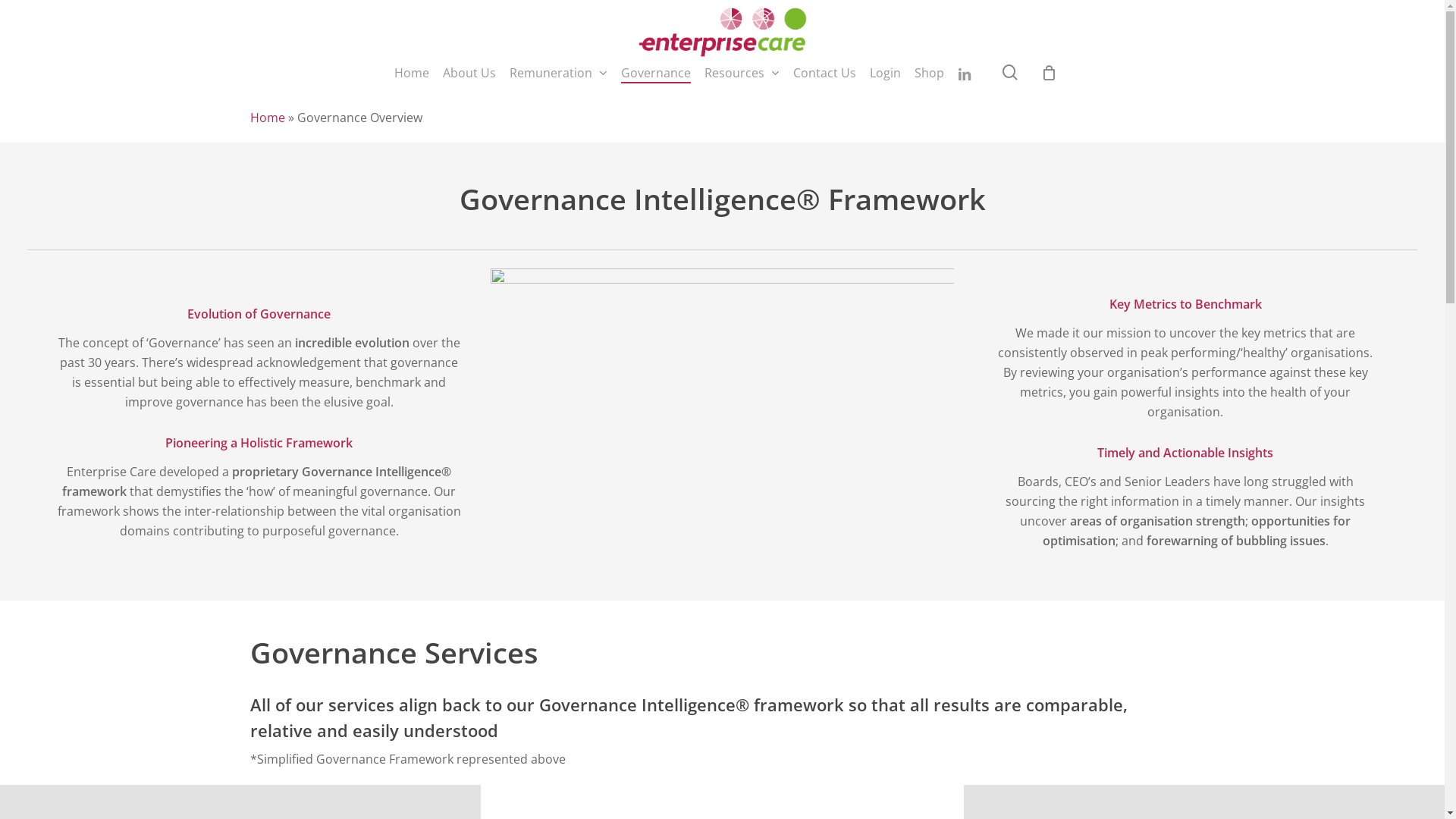 The image size is (1456, 819). What do you see at coordinates (655, 73) in the screenshot?
I see `'Governance'` at bounding box center [655, 73].